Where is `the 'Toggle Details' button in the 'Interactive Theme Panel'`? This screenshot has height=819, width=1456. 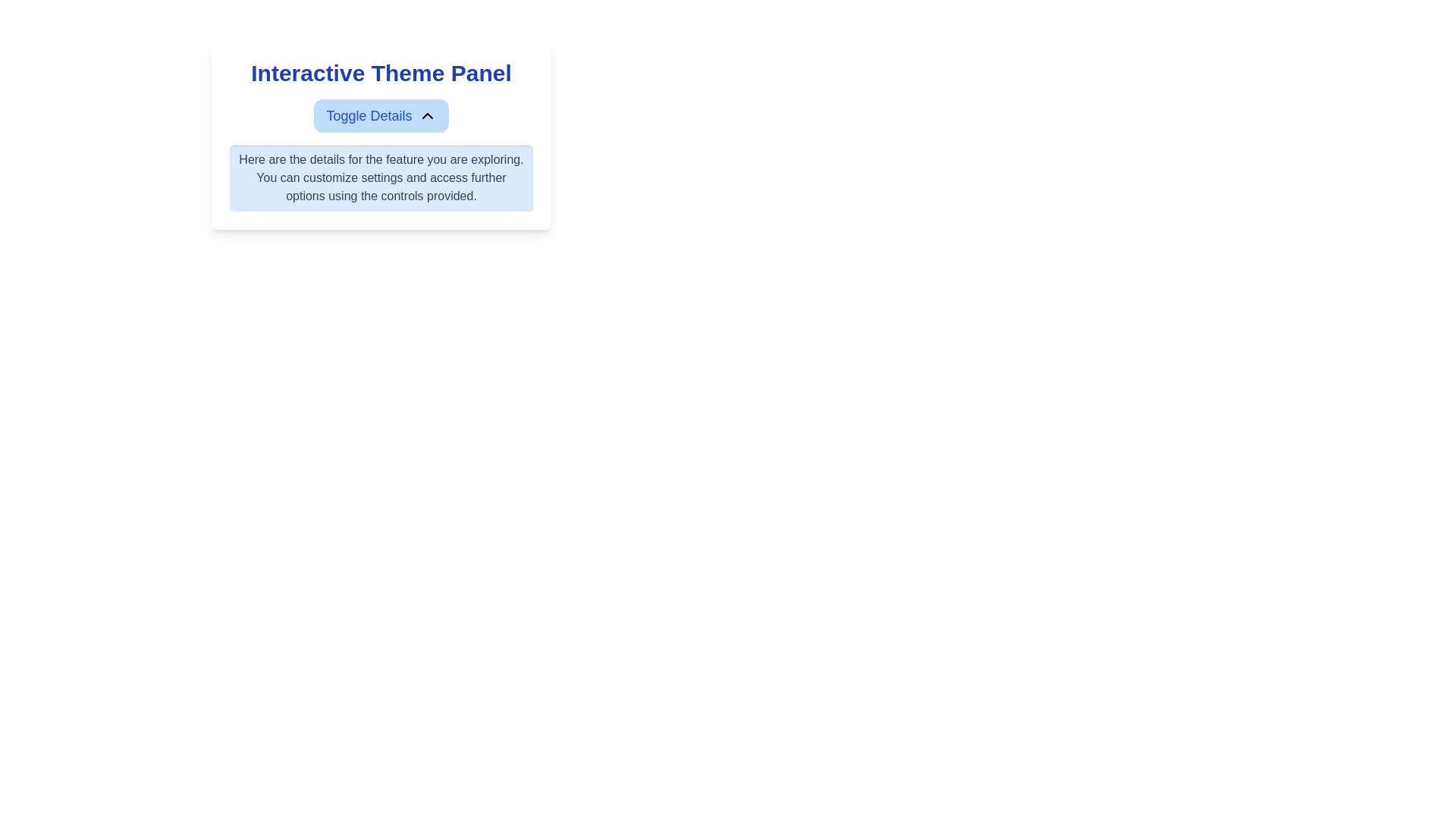 the 'Toggle Details' button in the 'Interactive Theme Panel' is located at coordinates (381, 134).